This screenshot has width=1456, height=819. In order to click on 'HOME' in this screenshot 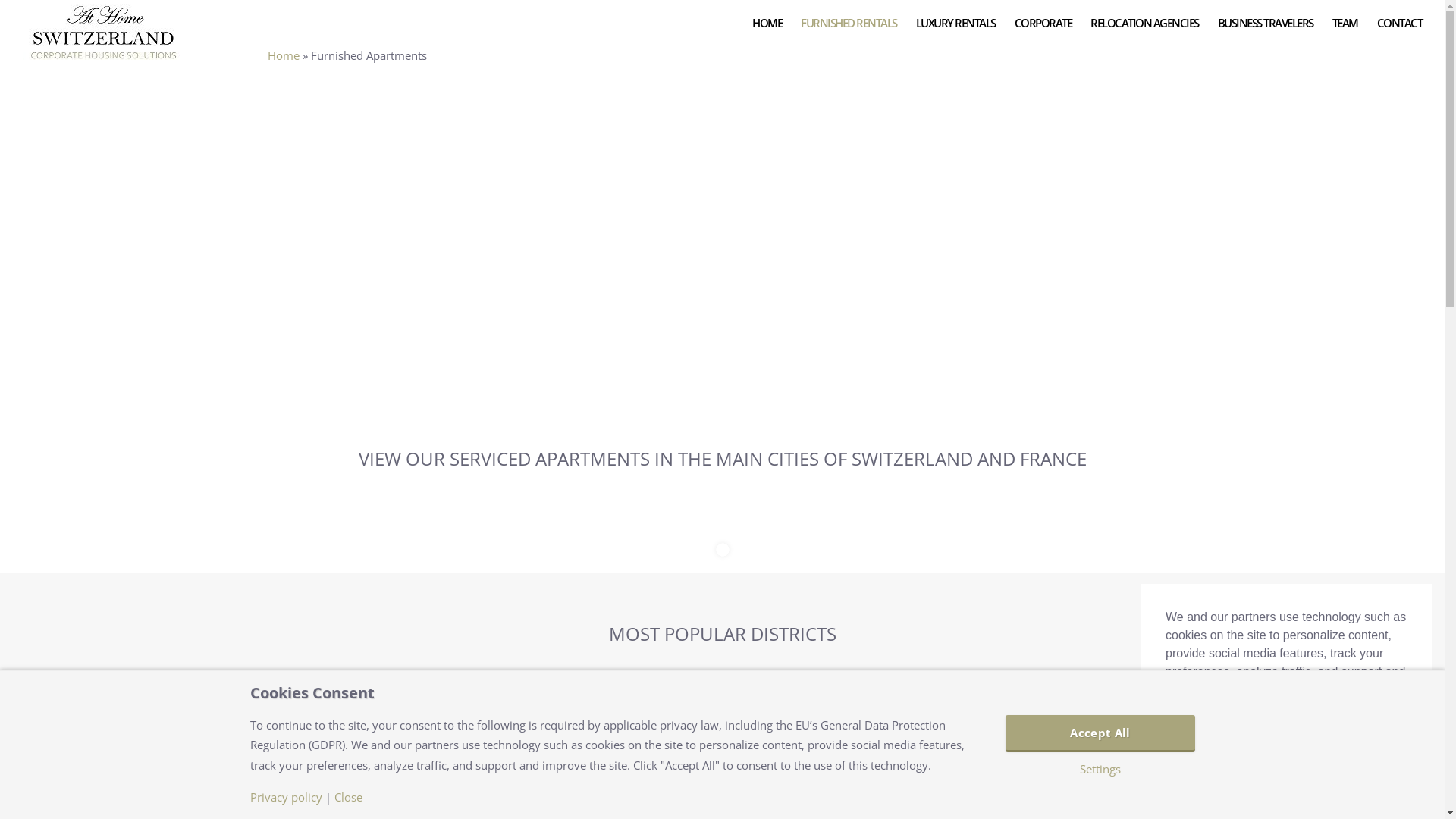, I will do `click(767, 23)`.